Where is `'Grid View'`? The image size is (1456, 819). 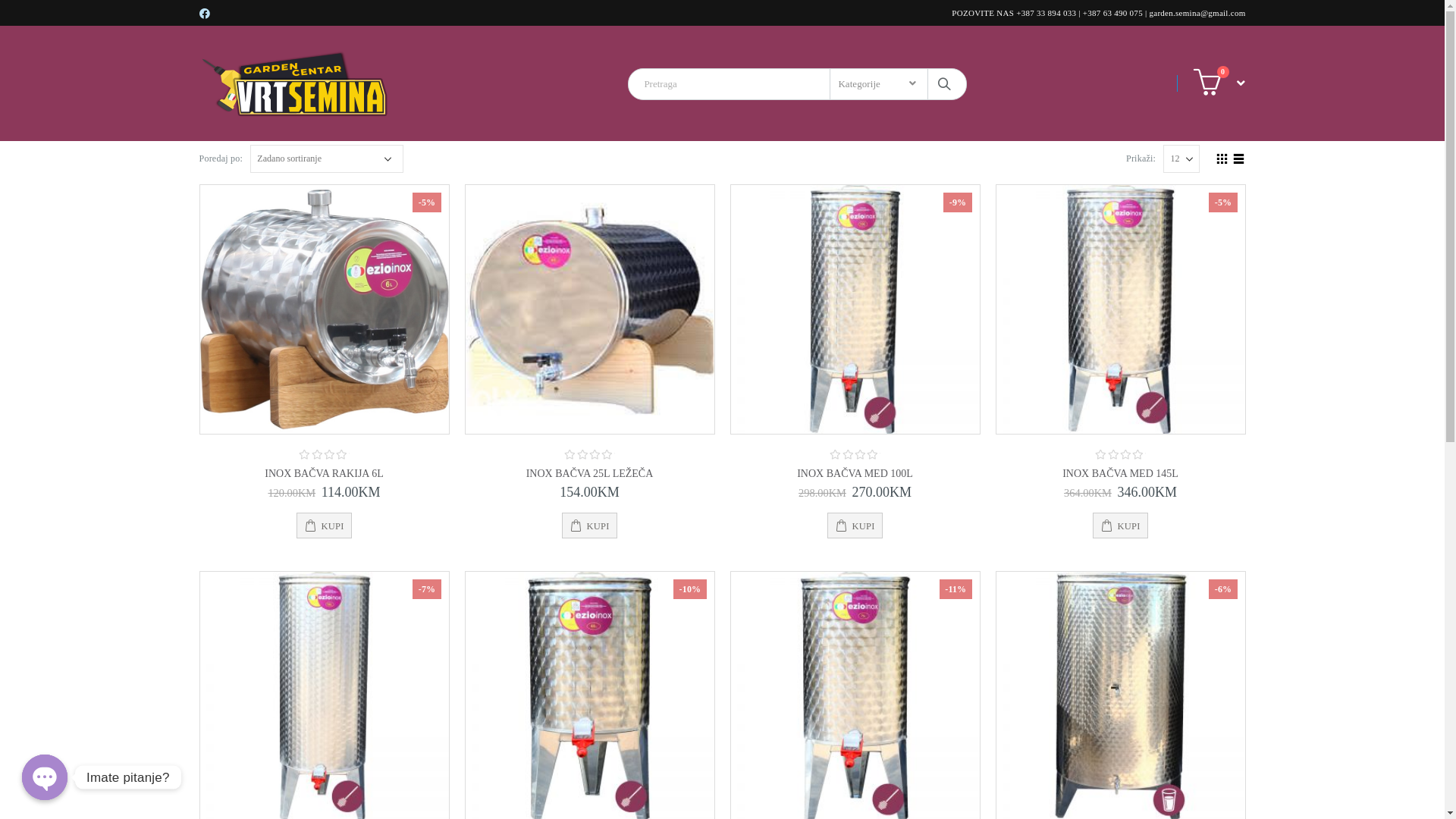
'Grid View' is located at coordinates (1222, 157).